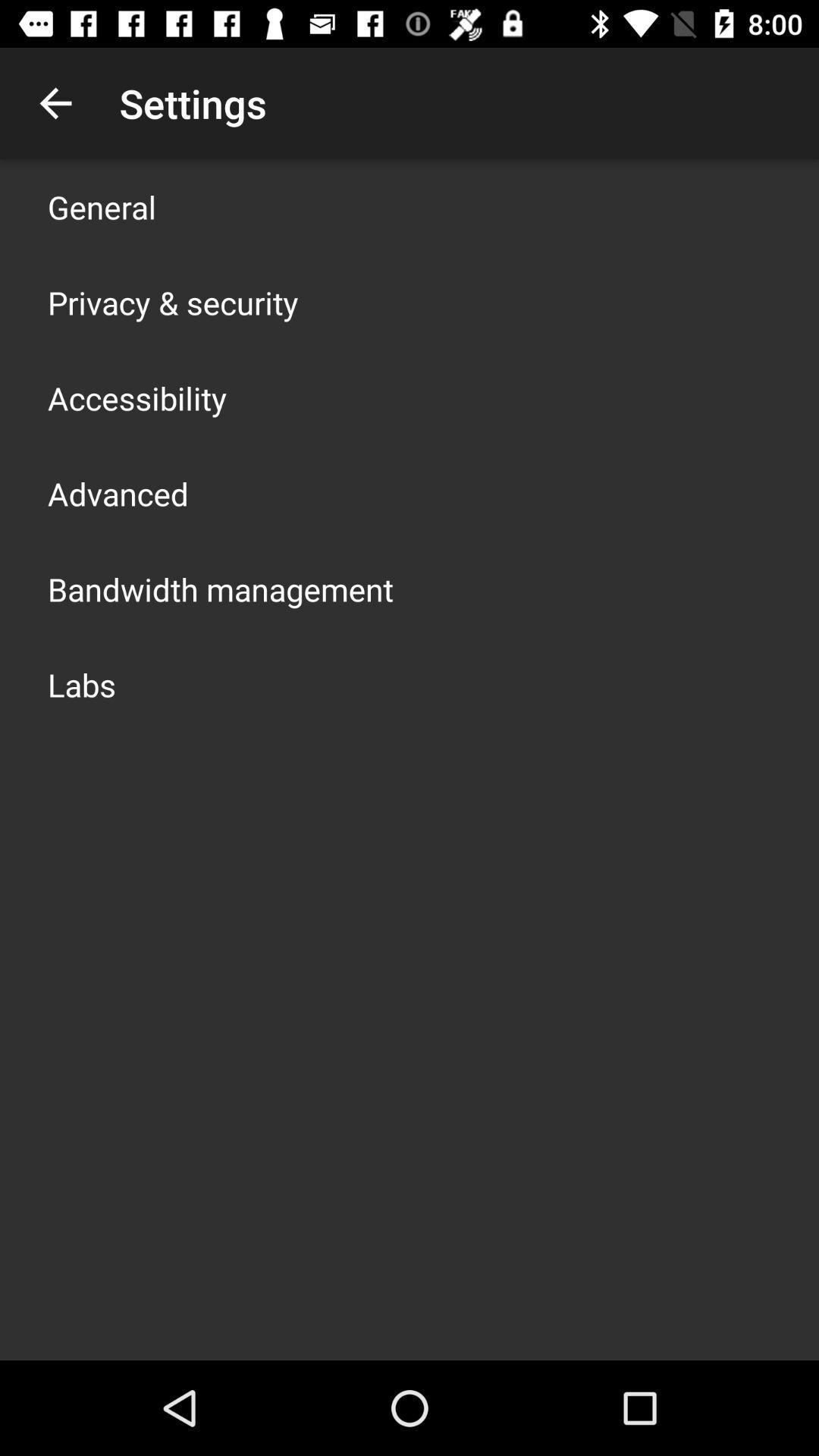 The image size is (819, 1456). What do you see at coordinates (137, 397) in the screenshot?
I see `the app below privacy & security item` at bounding box center [137, 397].